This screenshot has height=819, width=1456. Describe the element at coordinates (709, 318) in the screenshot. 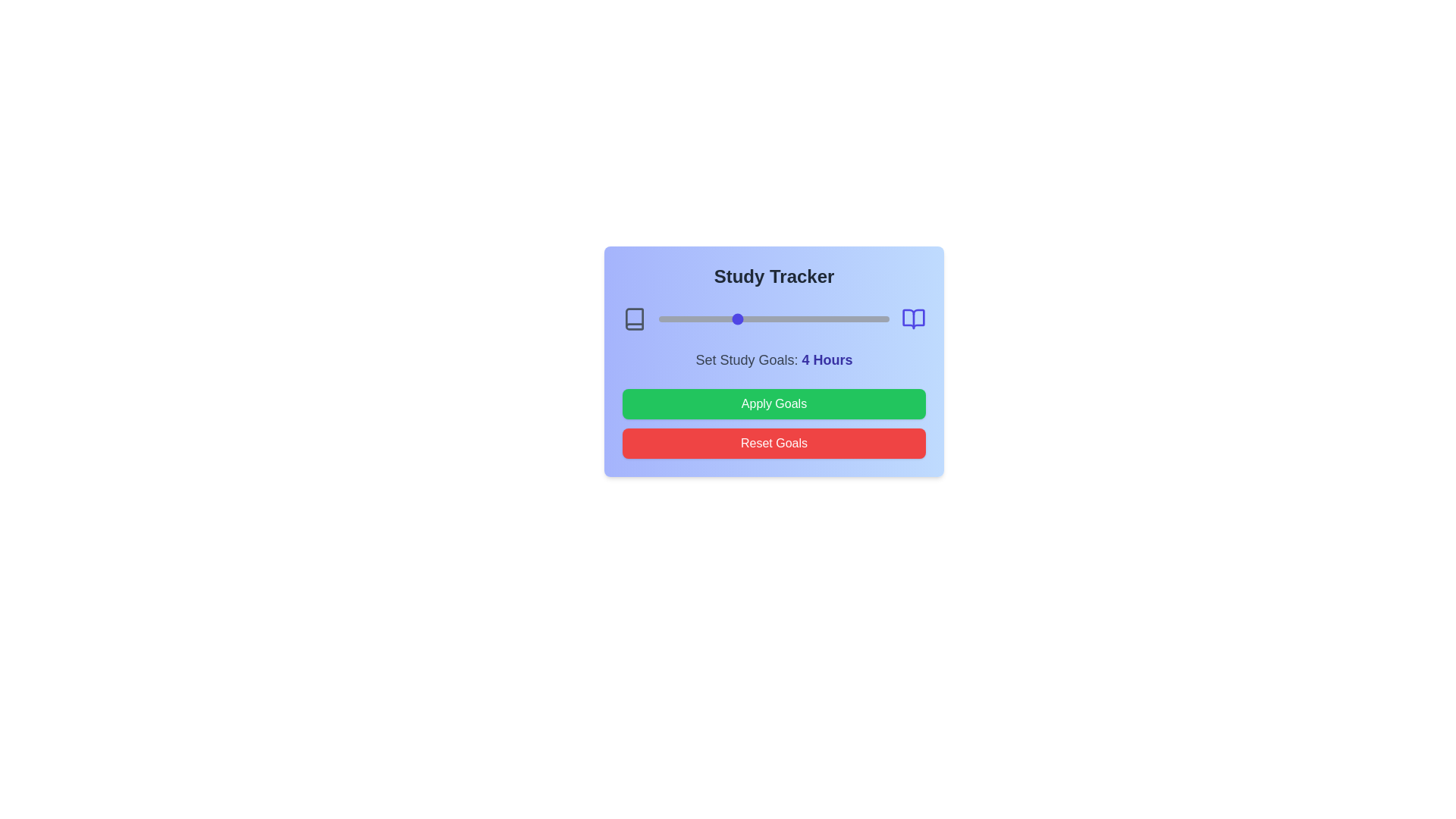

I see `the study hours slider to 3 hours` at that location.